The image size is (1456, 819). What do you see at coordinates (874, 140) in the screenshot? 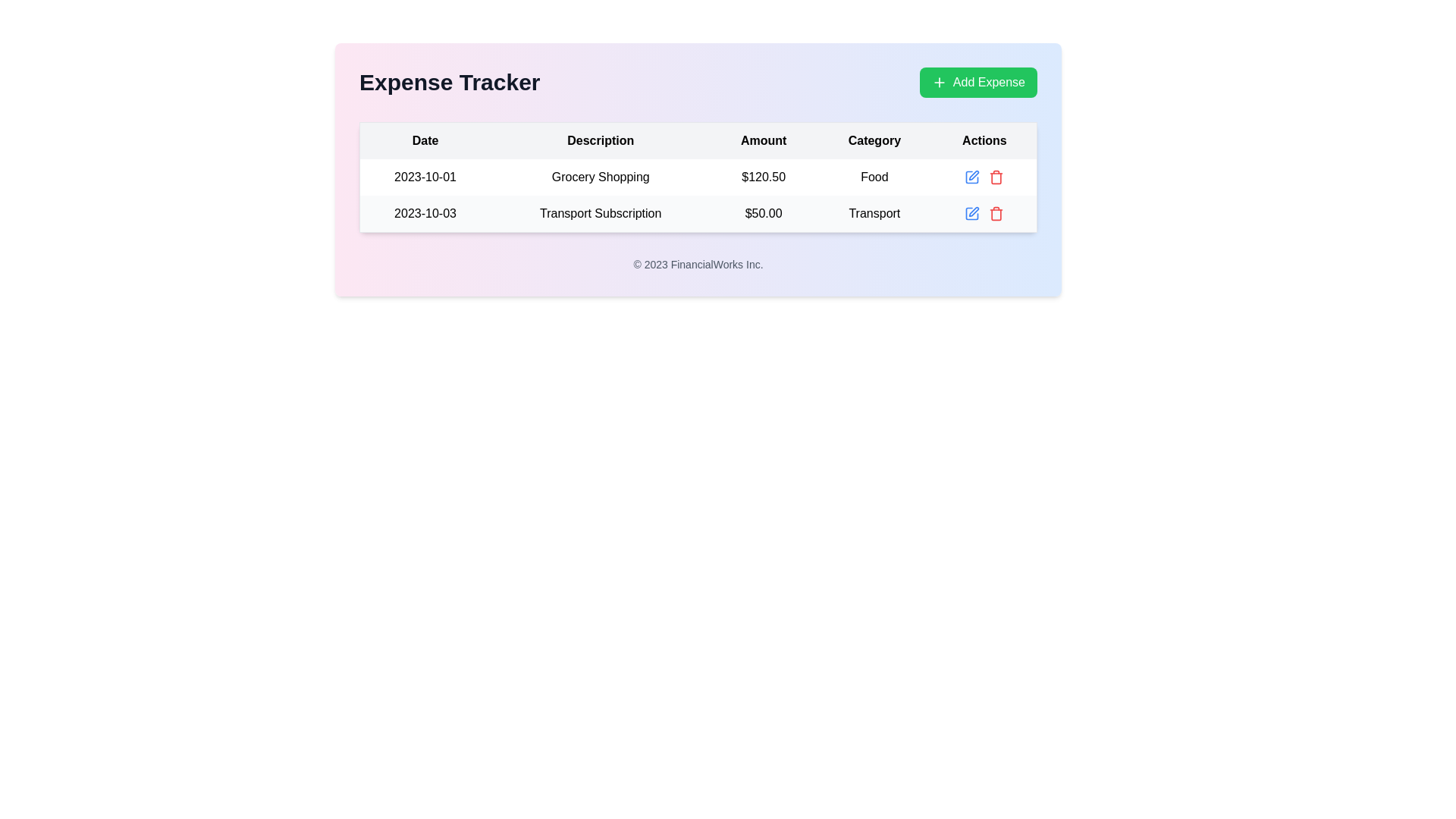
I see `text label in the fourth column header, which displays the word 'Category'` at bounding box center [874, 140].